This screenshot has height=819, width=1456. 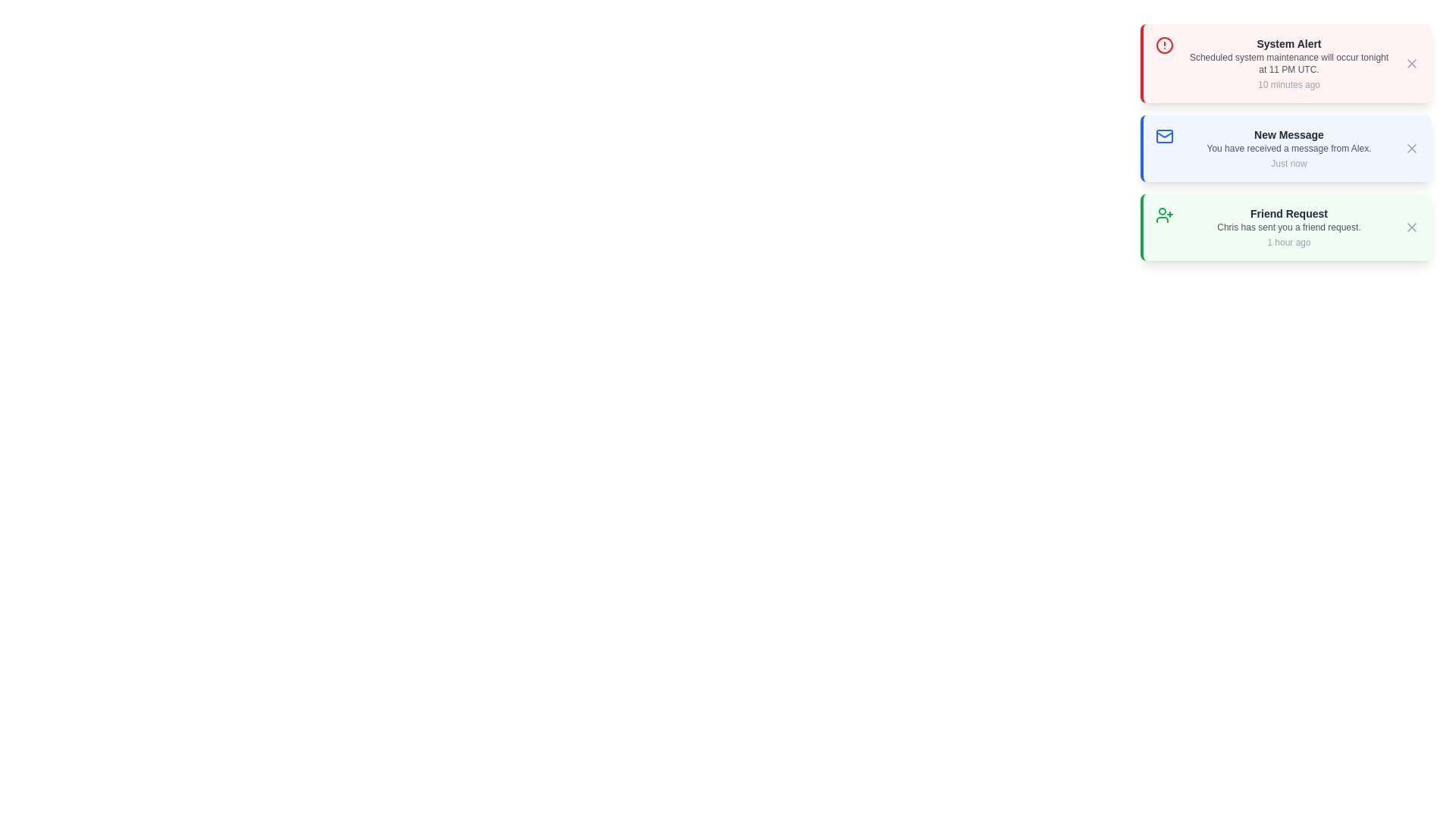 I want to click on the close button located in the upper-right corner of the green notification card, so click(x=1411, y=227).